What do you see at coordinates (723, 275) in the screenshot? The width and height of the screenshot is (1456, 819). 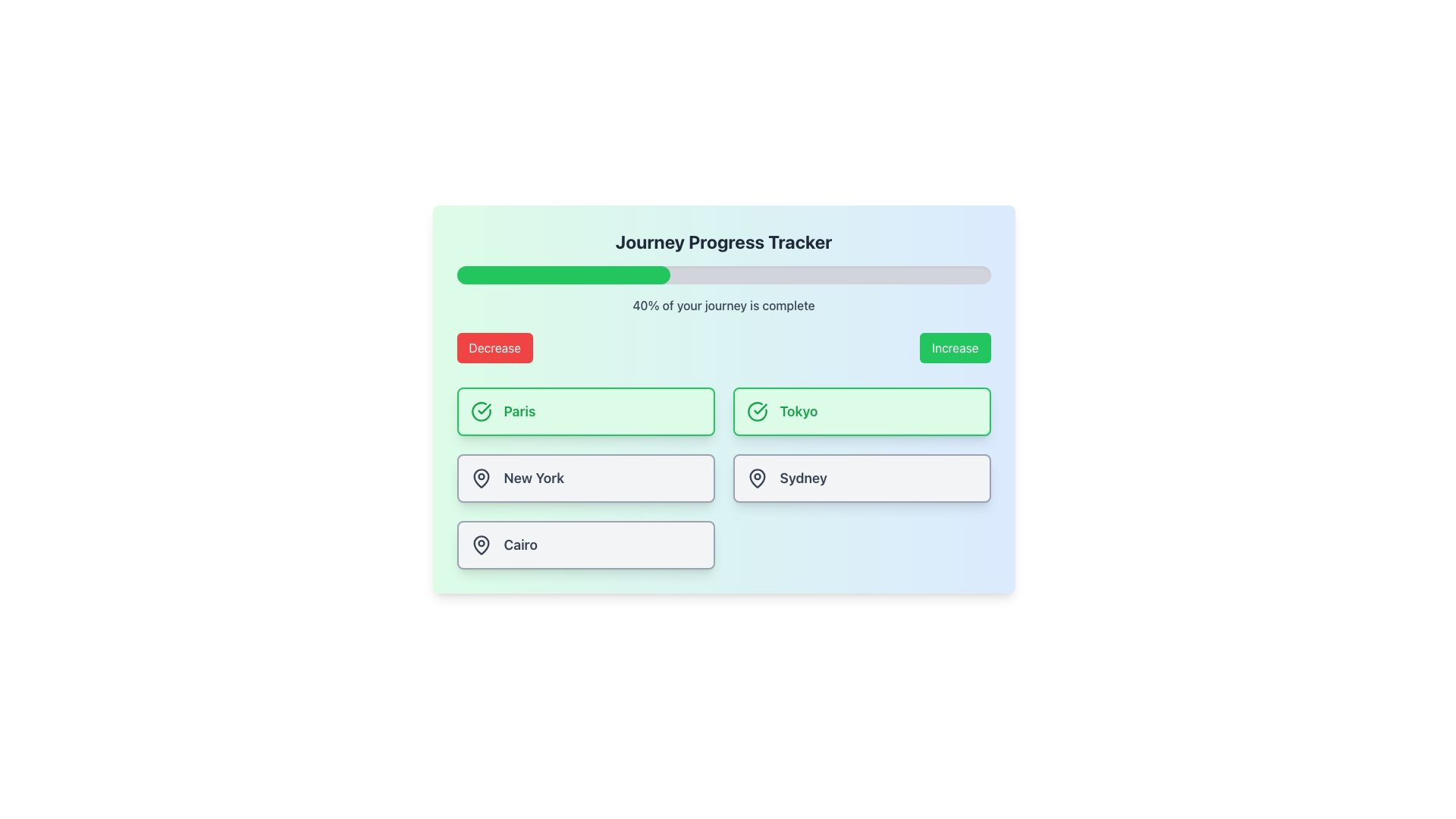 I see `the progress represented by the progress bar located below the title 'Journey Progress Tracker' and above the text '40% of your journey is complete'` at bounding box center [723, 275].